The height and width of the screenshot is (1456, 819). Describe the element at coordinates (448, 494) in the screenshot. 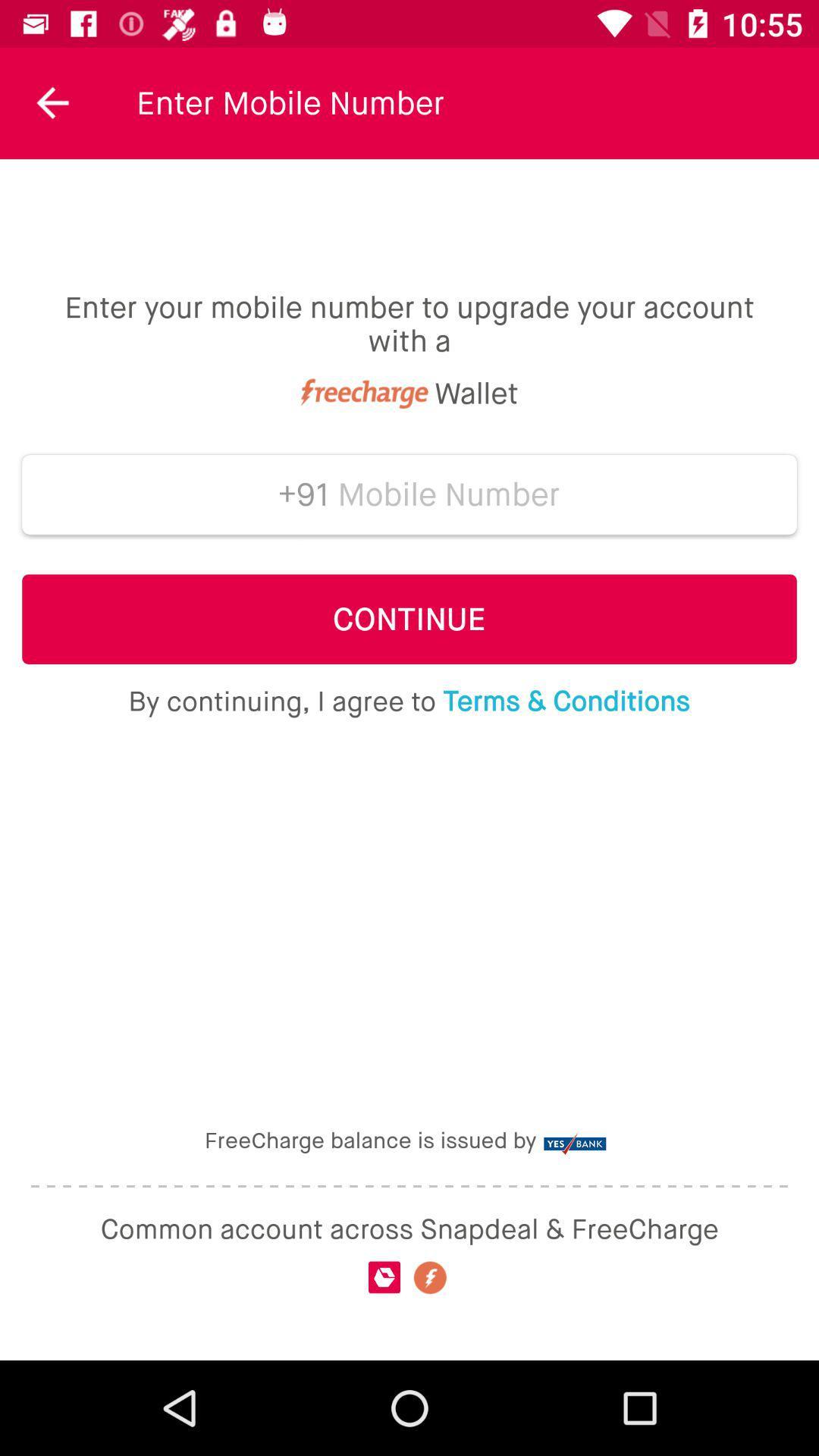

I see `your phone number` at that location.